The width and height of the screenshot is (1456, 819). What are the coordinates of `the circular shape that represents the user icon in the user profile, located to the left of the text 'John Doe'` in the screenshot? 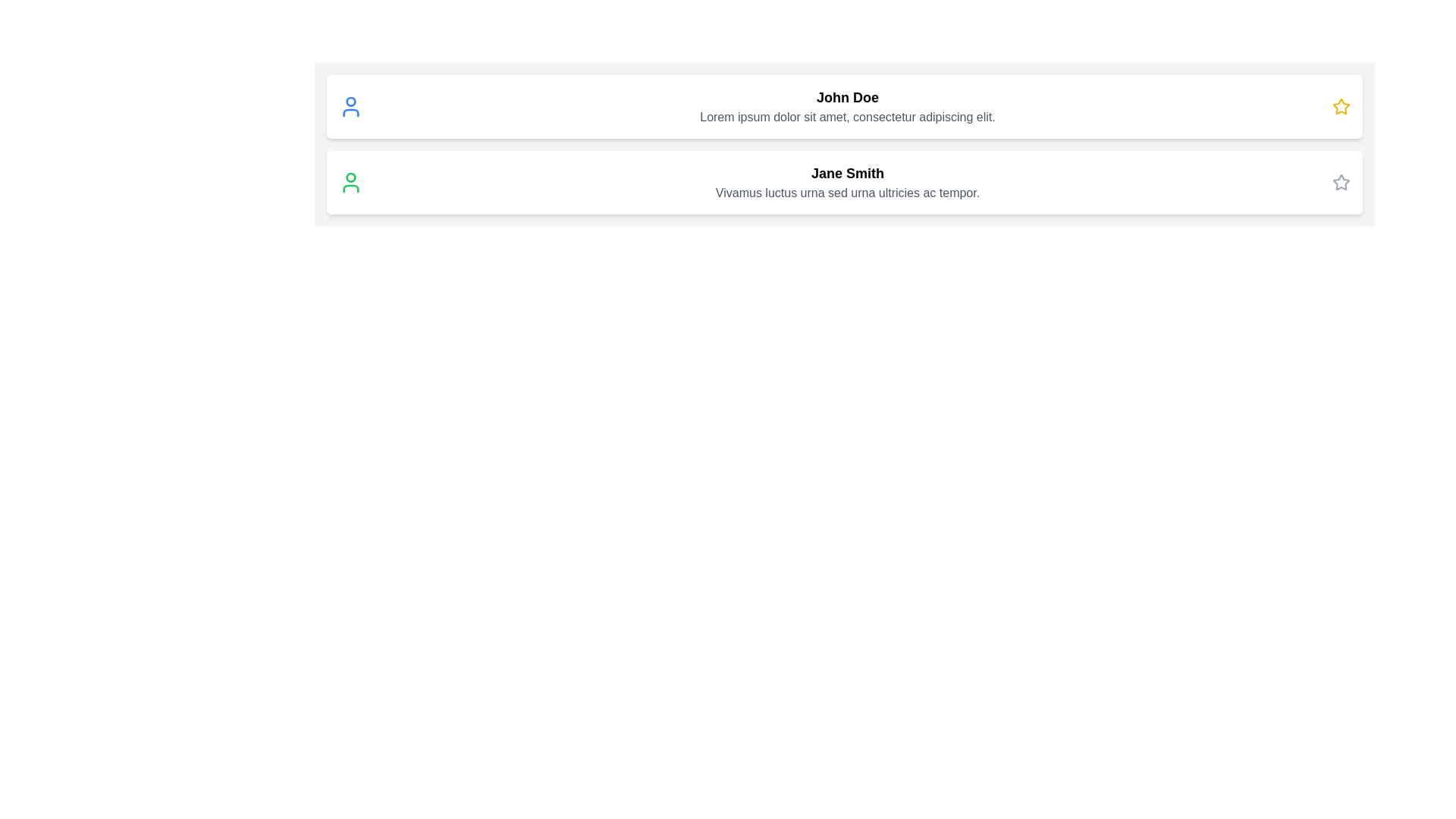 It's located at (350, 102).